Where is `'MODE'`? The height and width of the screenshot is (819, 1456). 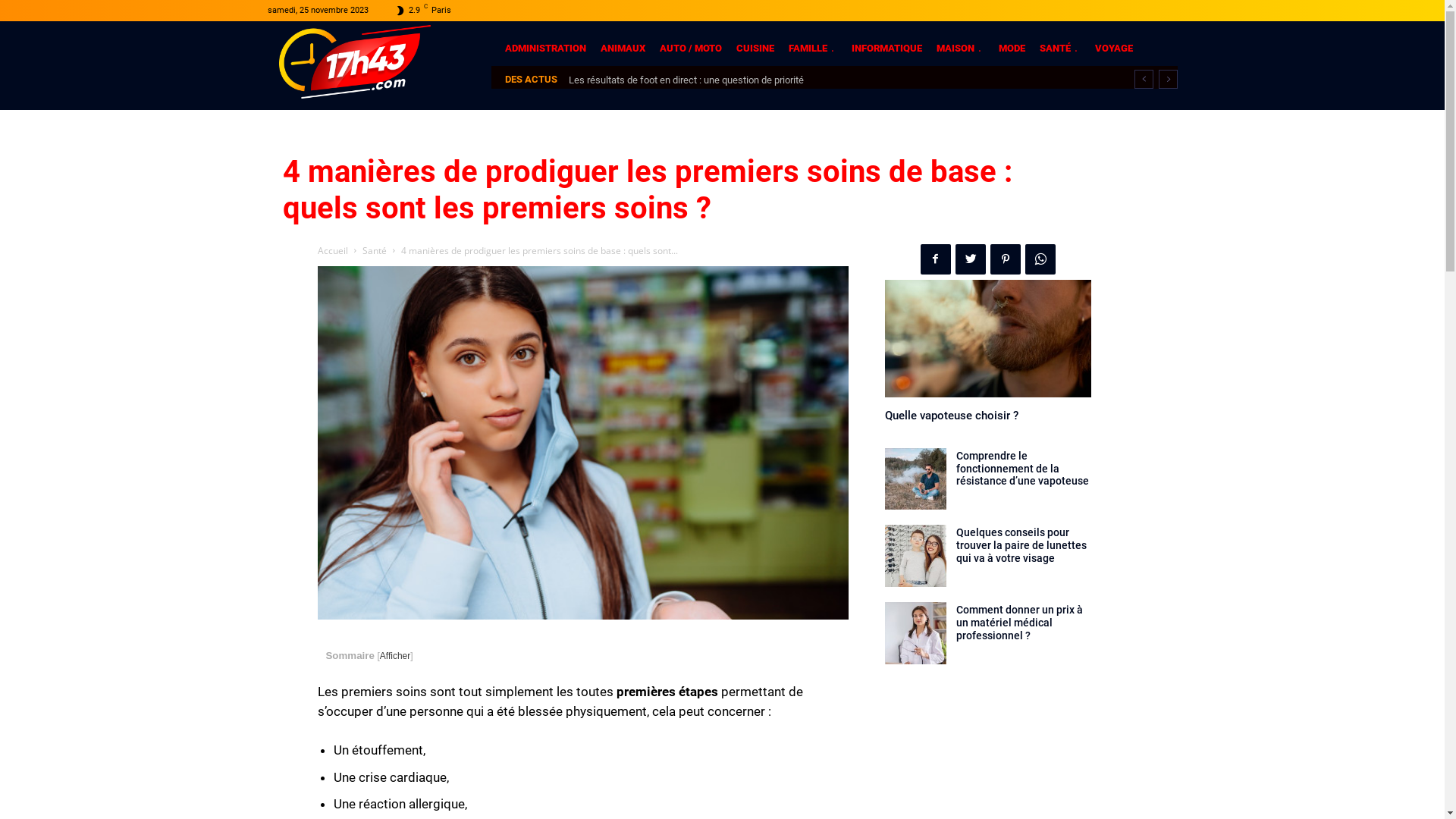
'MODE' is located at coordinates (1011, 47).